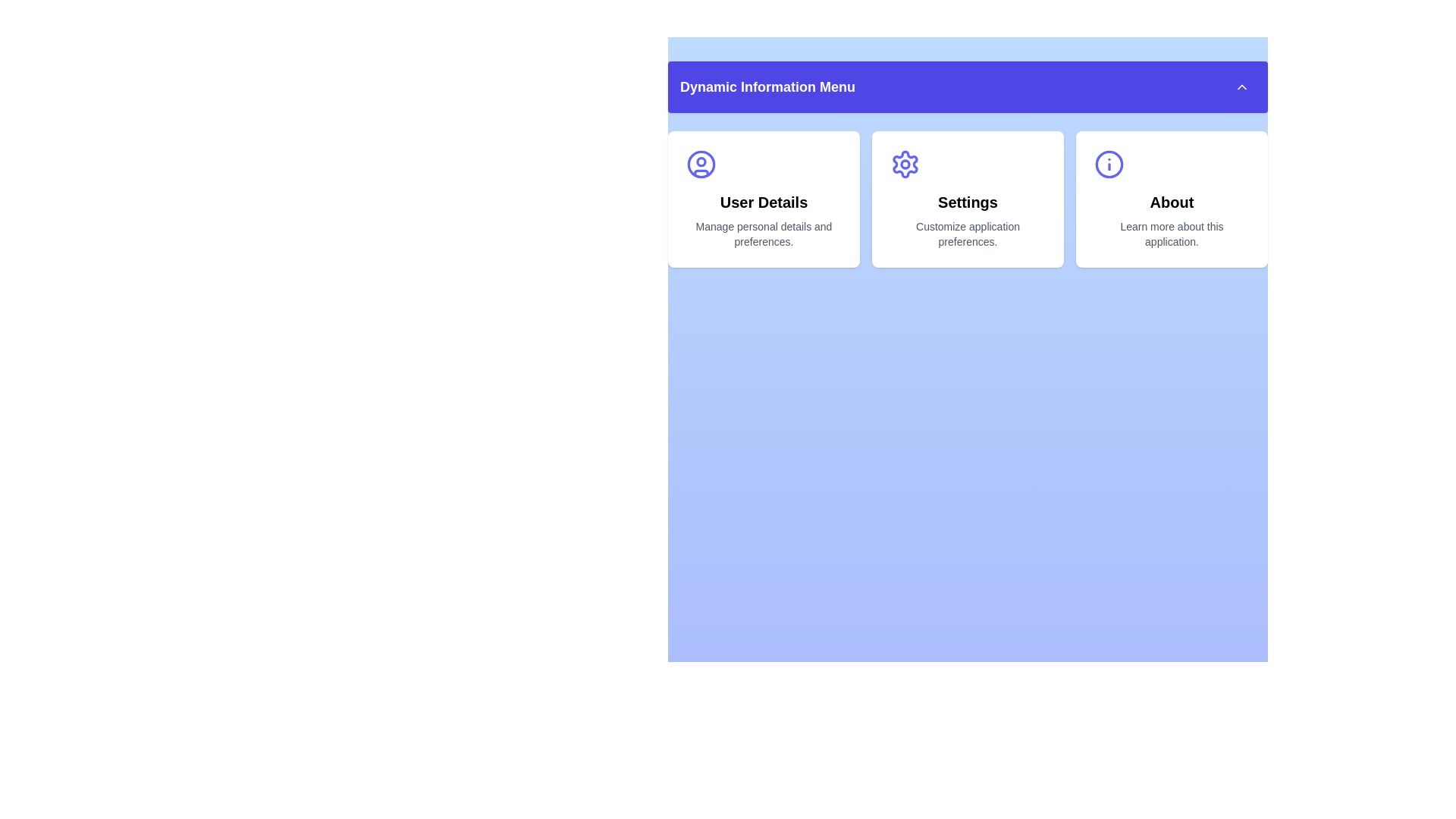 This screenshot has height=819, width=1456. What do you see at coordinates (1171, 198) in the screenshot?
I see `the menu item About to observe its visual feedback` at bounding box center [1171, 198].